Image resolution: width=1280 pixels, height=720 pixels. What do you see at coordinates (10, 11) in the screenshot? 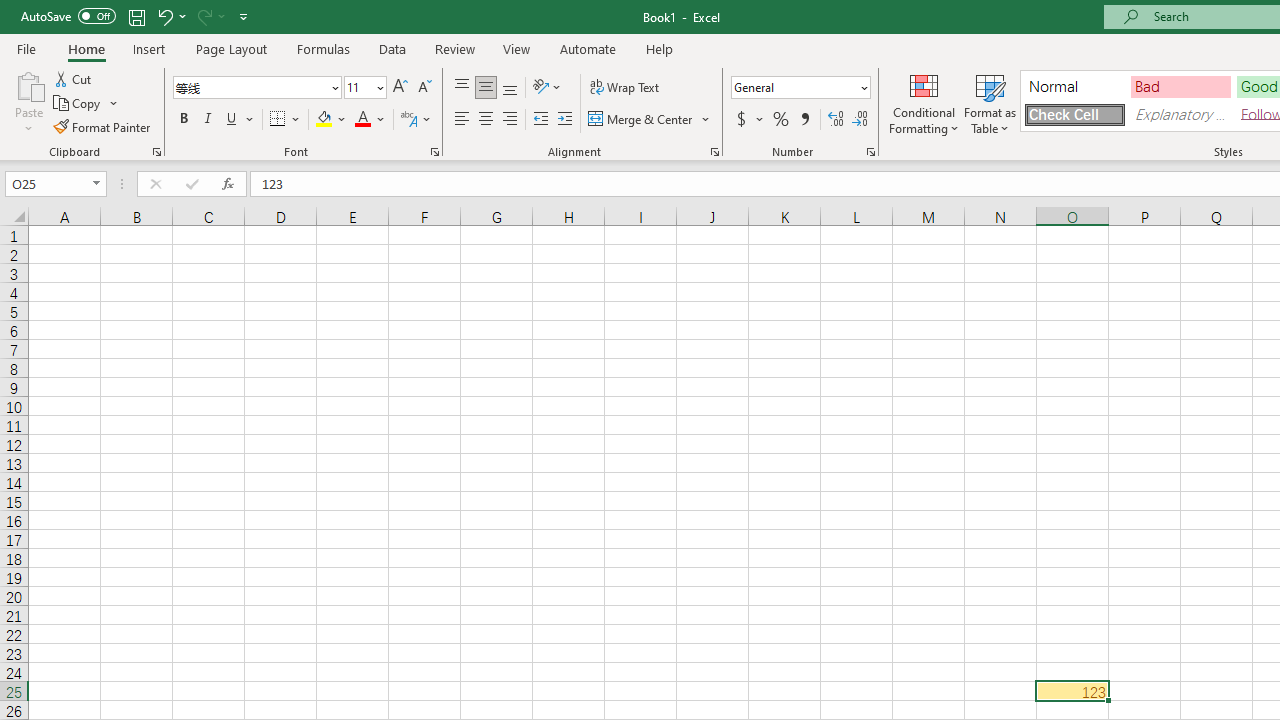
I see `'System'` at bounding box center [10, 11].